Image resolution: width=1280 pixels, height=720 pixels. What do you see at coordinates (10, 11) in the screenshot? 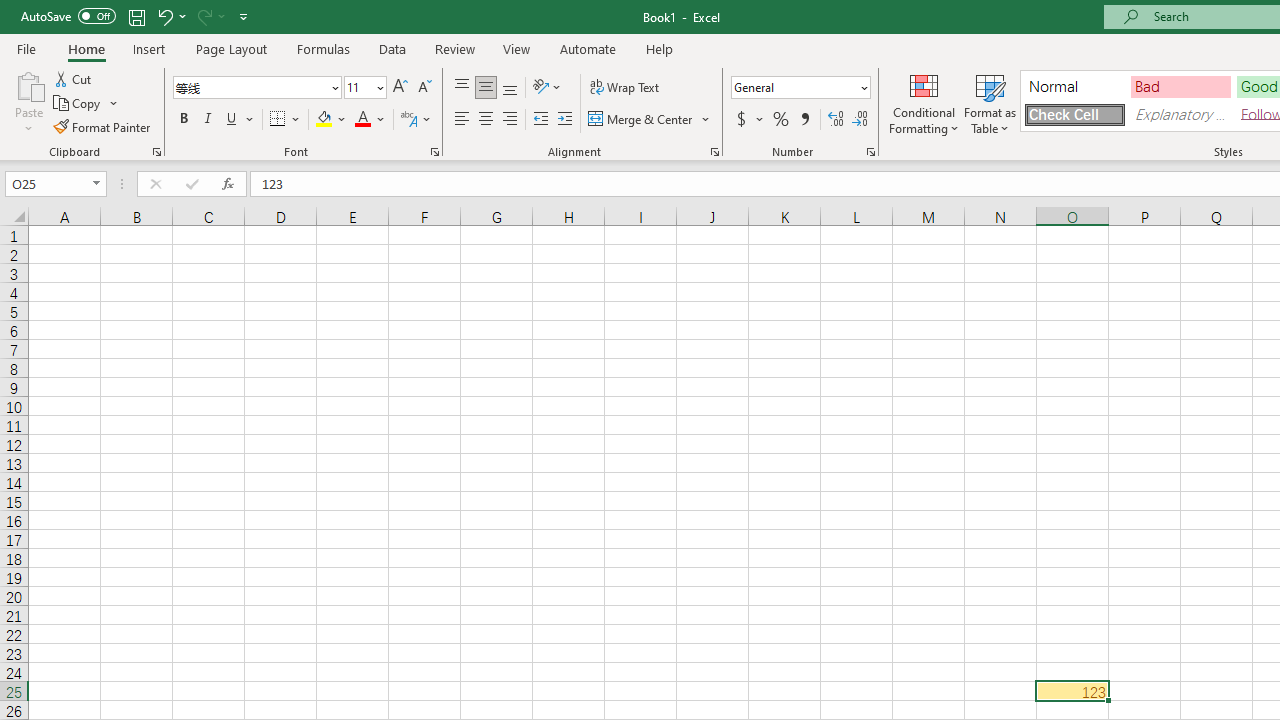
I see `'System'` at bounding box center [10, 11].